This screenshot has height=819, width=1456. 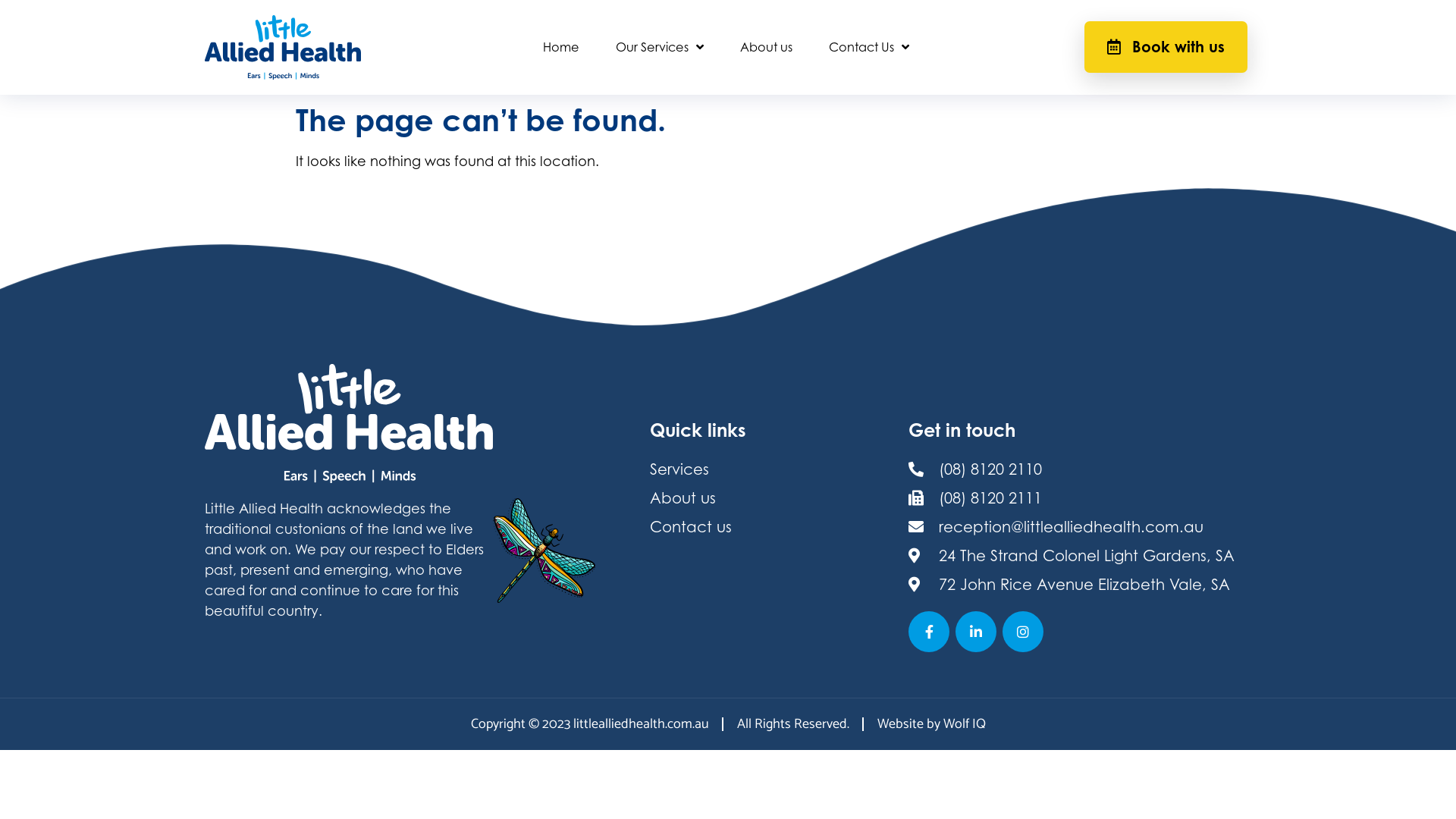 I want to click on 'reception@littlealliedhealth.com.au', so click(x=1077, y=526).